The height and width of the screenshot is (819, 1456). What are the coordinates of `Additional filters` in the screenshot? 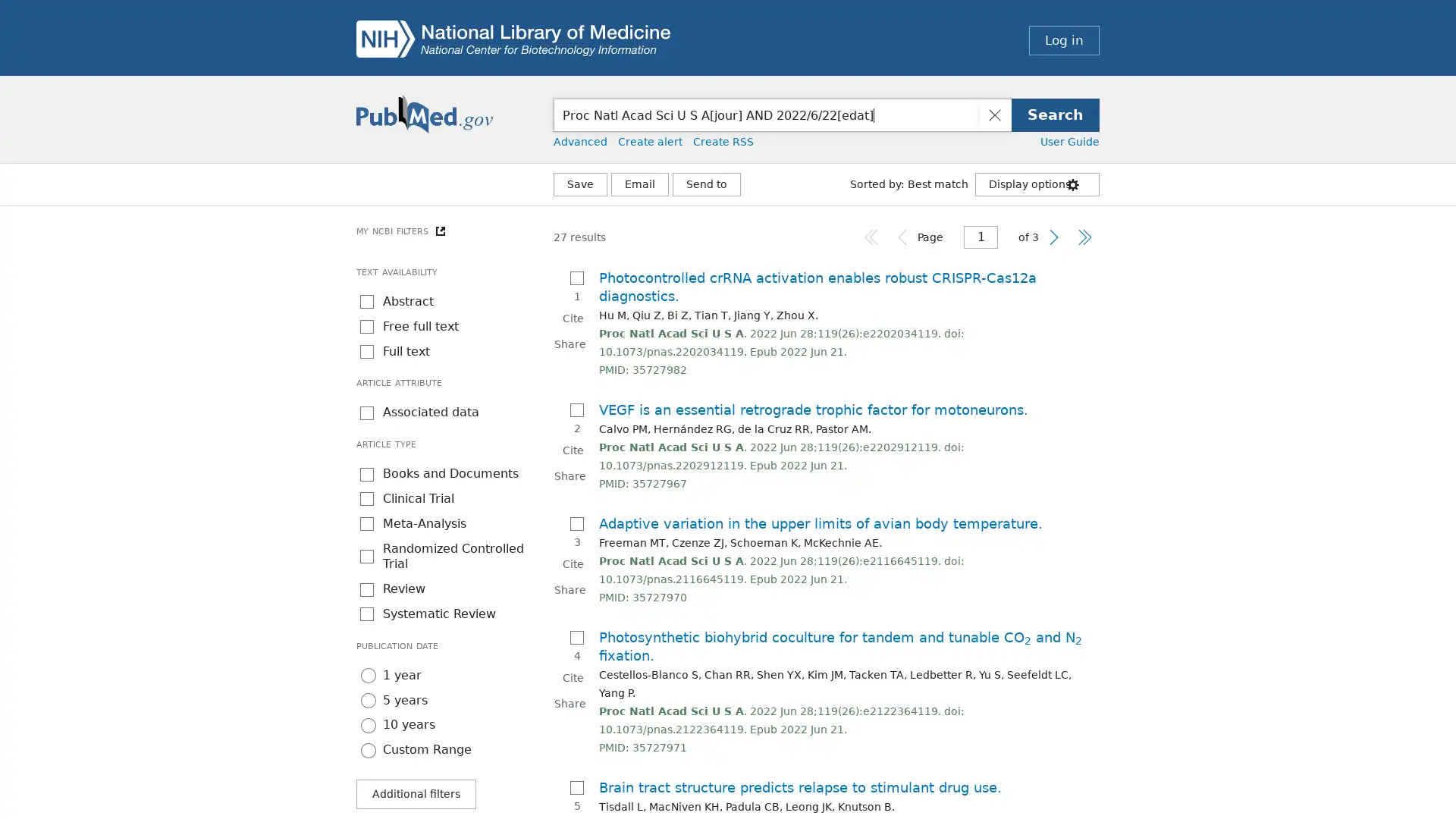 It's located at (416, 792).